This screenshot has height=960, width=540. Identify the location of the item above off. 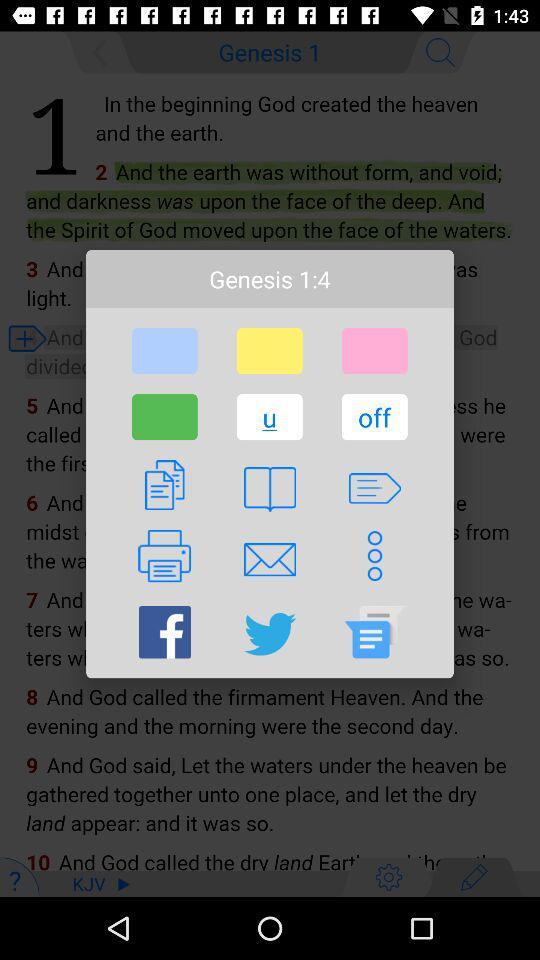
(374, 351).